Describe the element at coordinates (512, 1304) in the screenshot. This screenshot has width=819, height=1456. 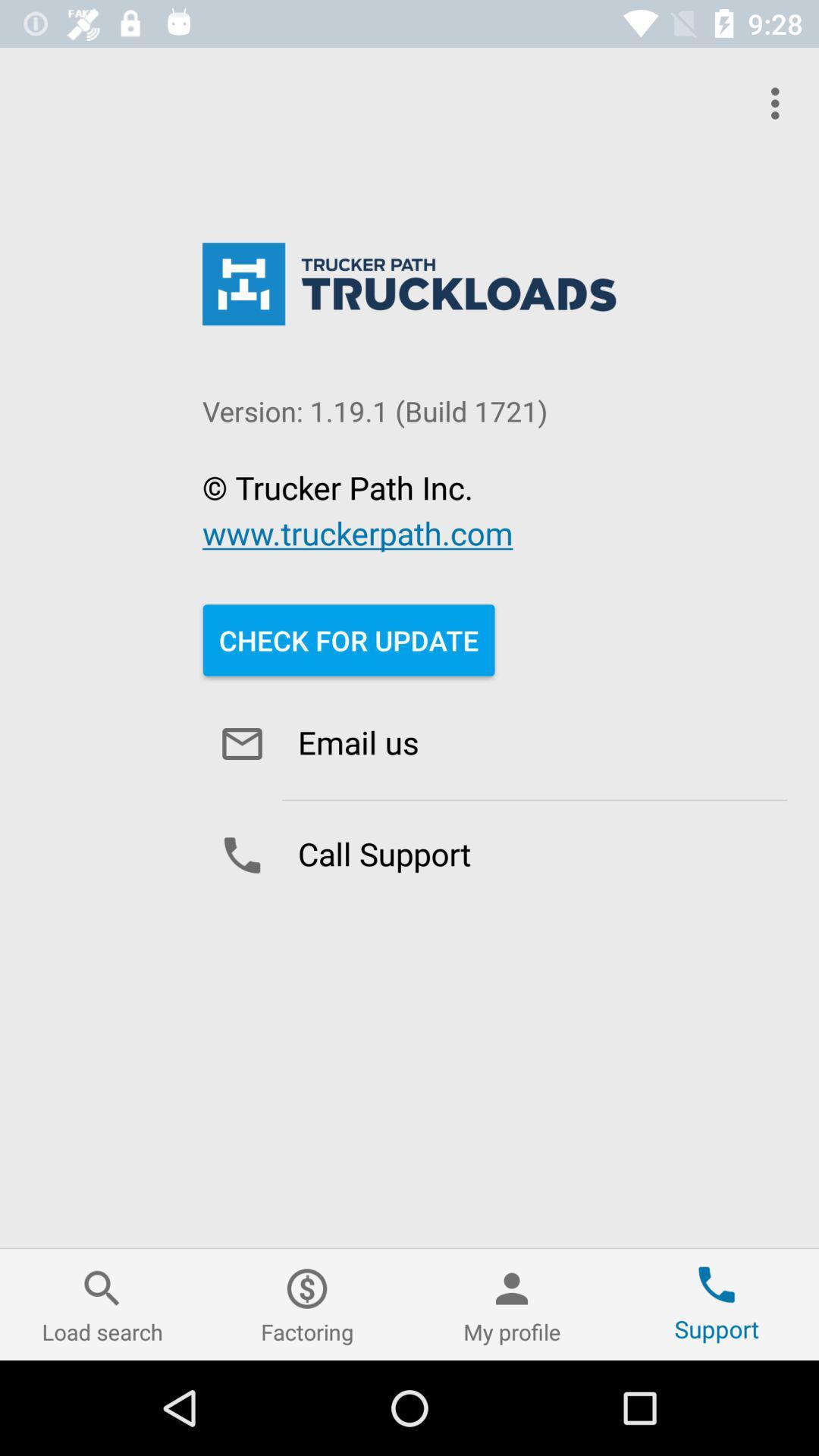
I see `the my profile icon` at that location.